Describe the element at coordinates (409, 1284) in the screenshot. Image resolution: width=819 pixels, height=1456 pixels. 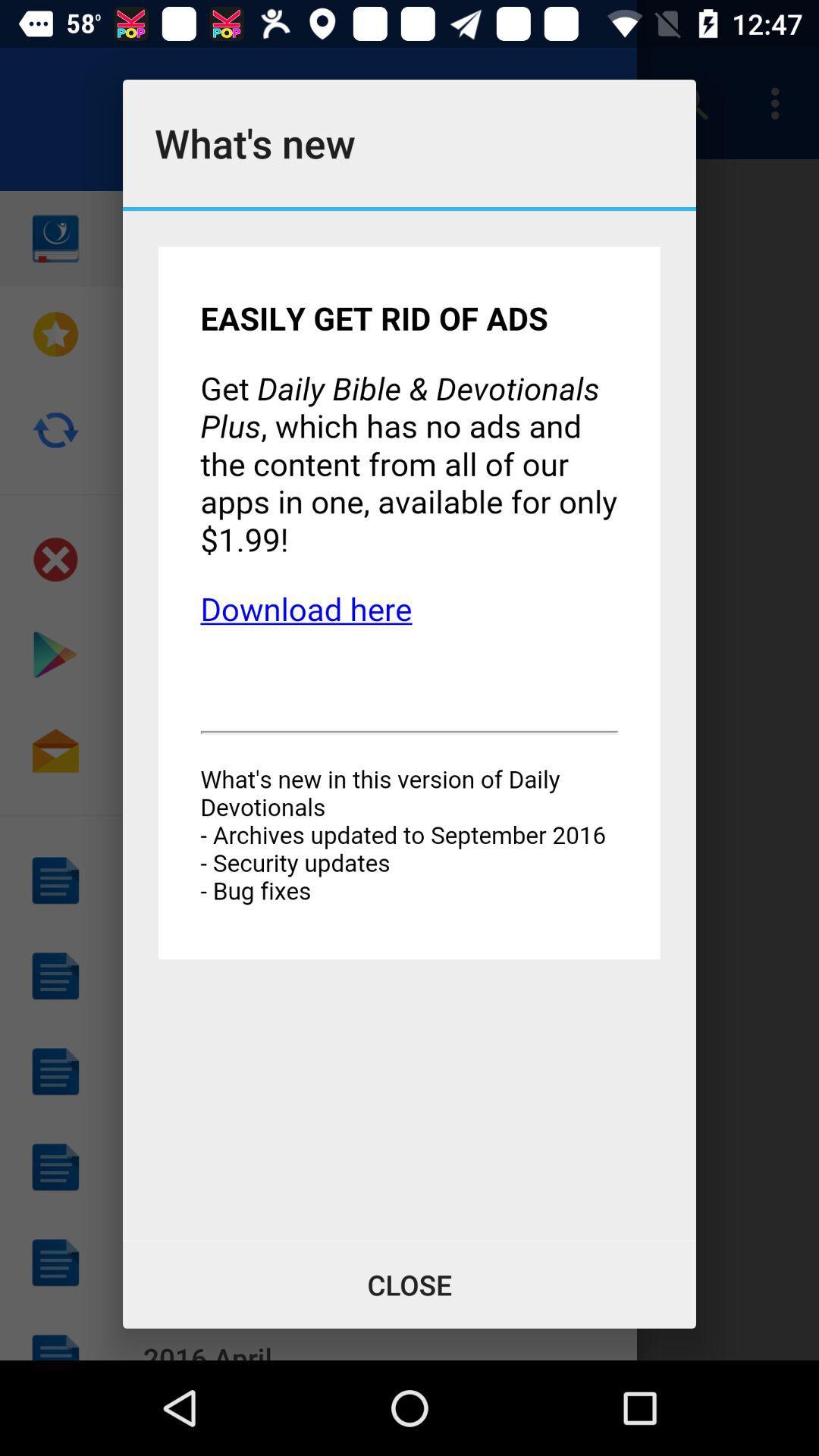
I see `item at the bottom` at that location.